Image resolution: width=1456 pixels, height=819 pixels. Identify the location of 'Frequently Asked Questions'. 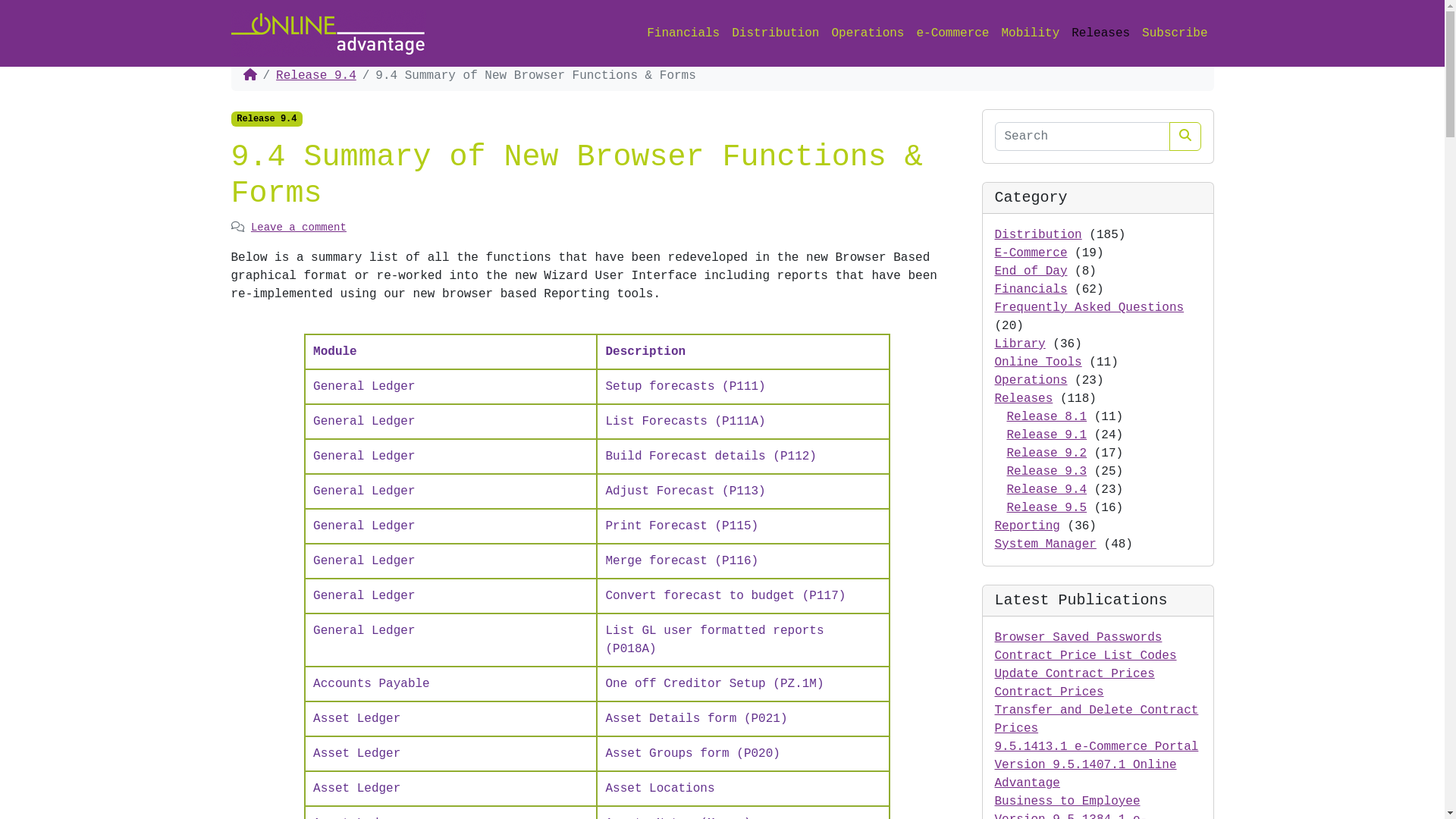
(1088, 307).